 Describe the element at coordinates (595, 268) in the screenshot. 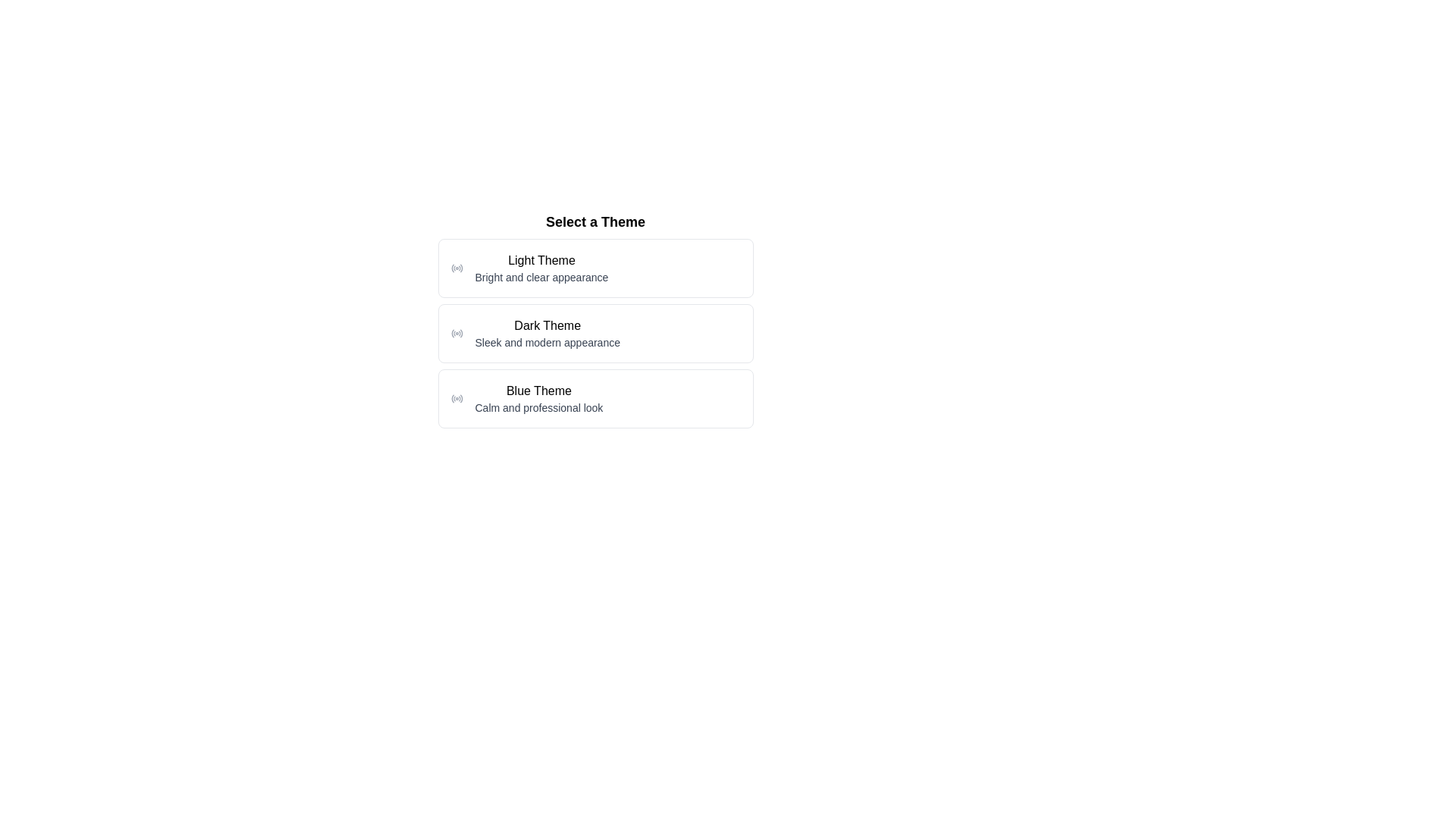

I see `the selectable option labeled 'Light Theme' which includes a radio button and descriptive text, positioned at the top of the 'Select a Theme' list` at that location.